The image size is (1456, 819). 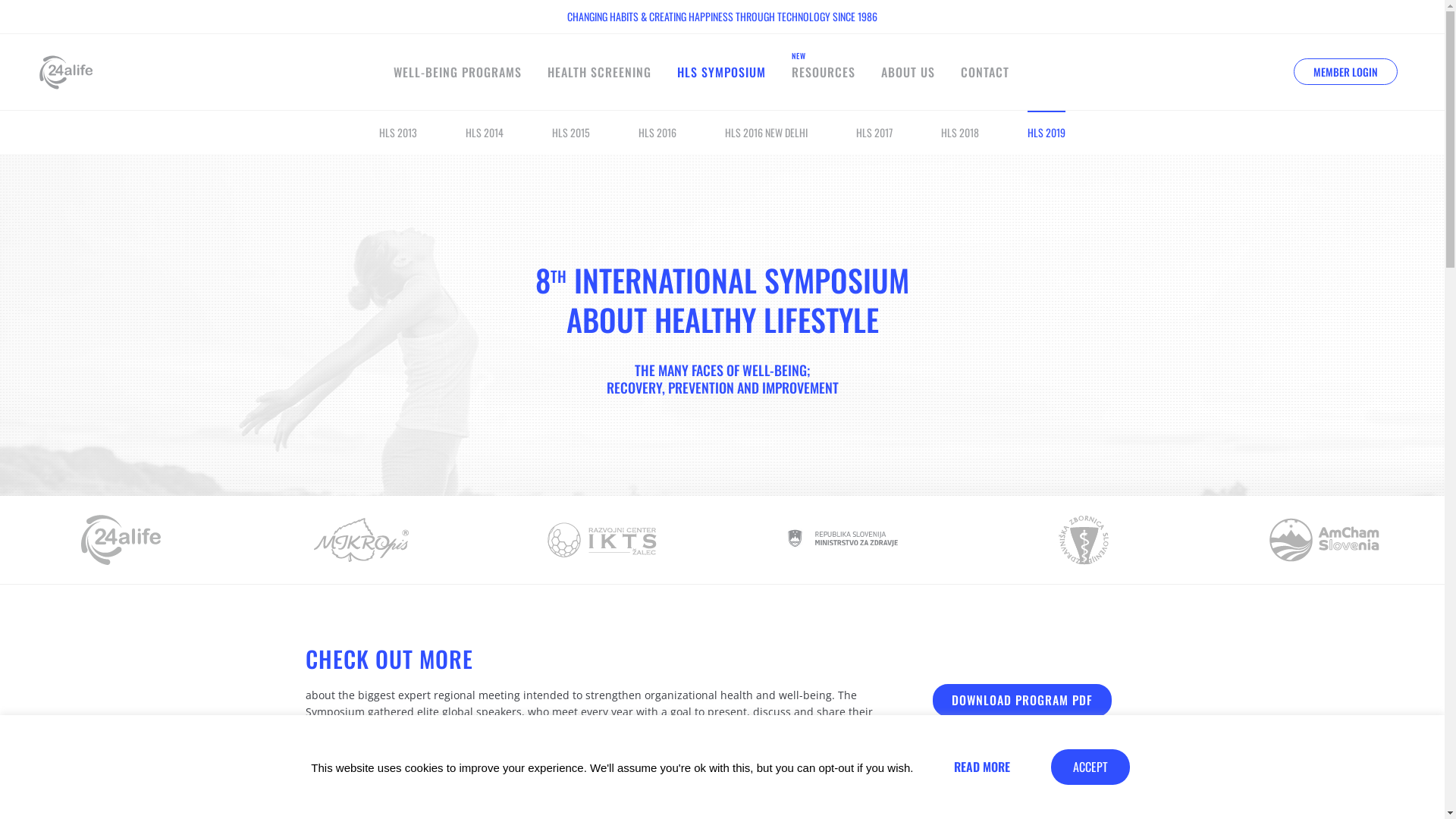 What do you see at coordinates (1022, 700) in the screenshot?
I see `'DOWNLOAD PROGRAM PDF'` at bounding box center [1022, 700].